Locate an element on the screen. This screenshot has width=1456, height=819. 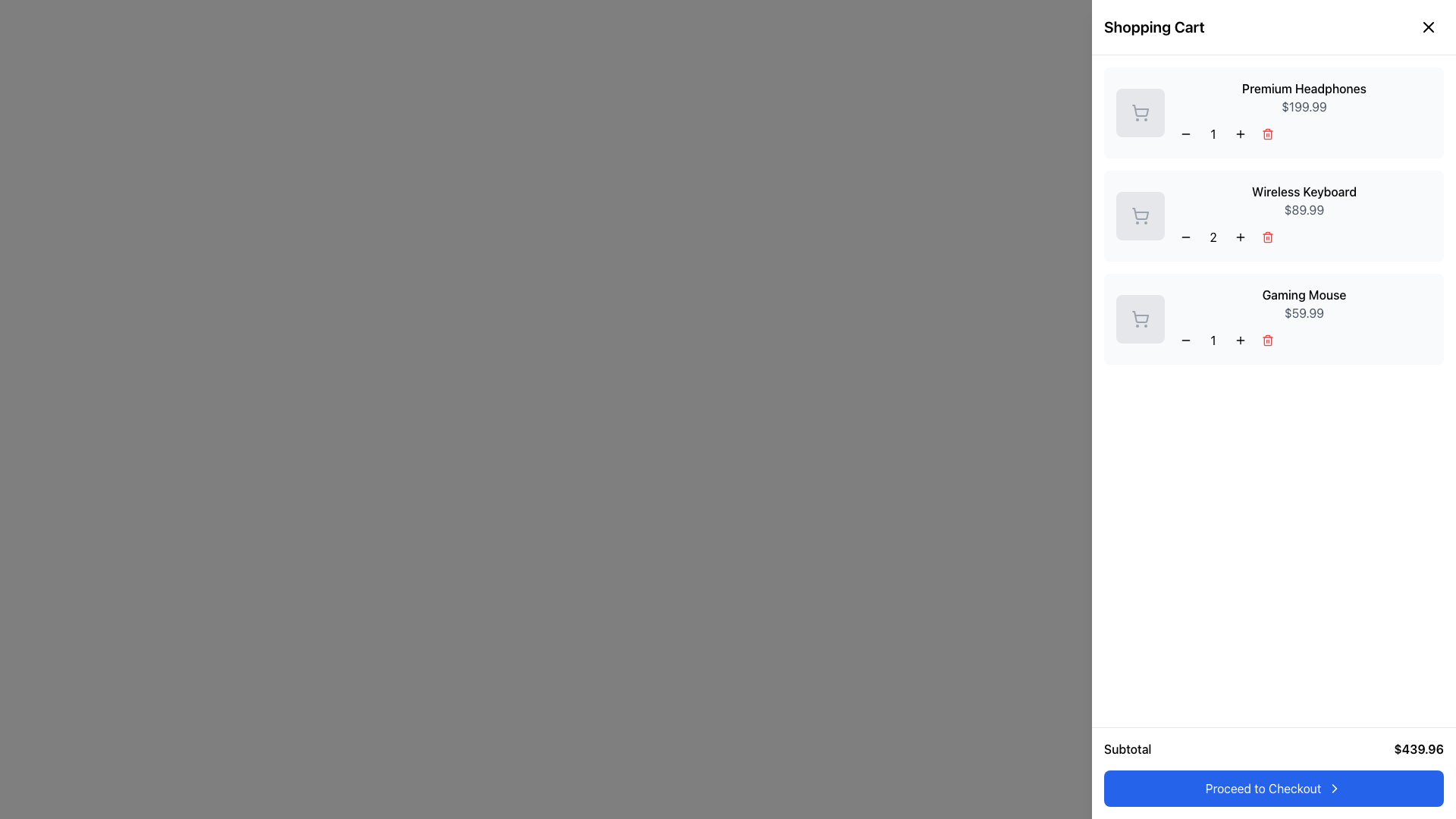
the small plus icon button, which is located between the decrement and trash can icons for the 'Premium Headphones' item in the cart is located at coordinates (1241, 133).